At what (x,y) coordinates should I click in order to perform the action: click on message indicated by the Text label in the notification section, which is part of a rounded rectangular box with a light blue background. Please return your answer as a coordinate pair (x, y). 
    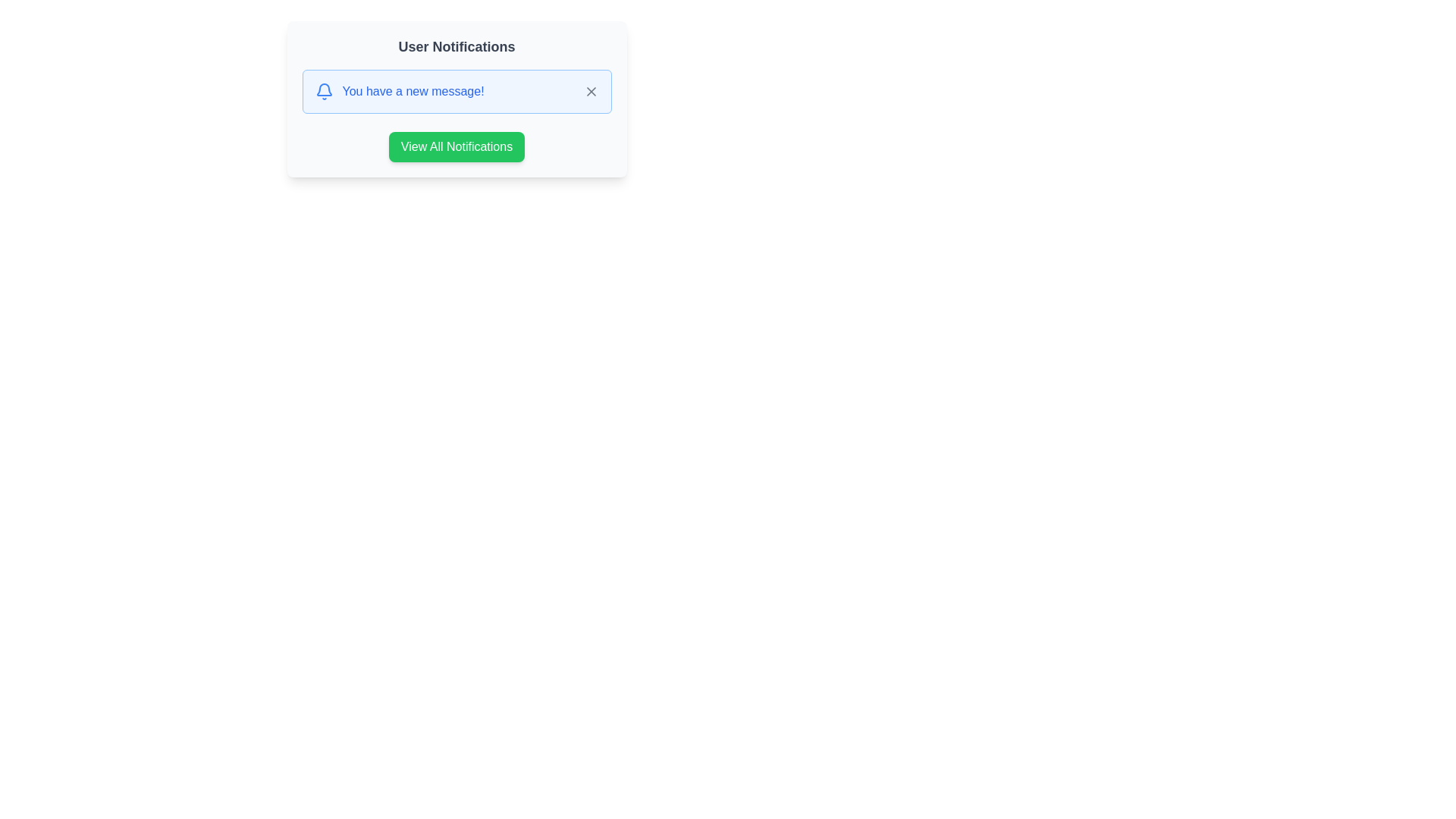
    Looking at the image, I should click on (400, 91).